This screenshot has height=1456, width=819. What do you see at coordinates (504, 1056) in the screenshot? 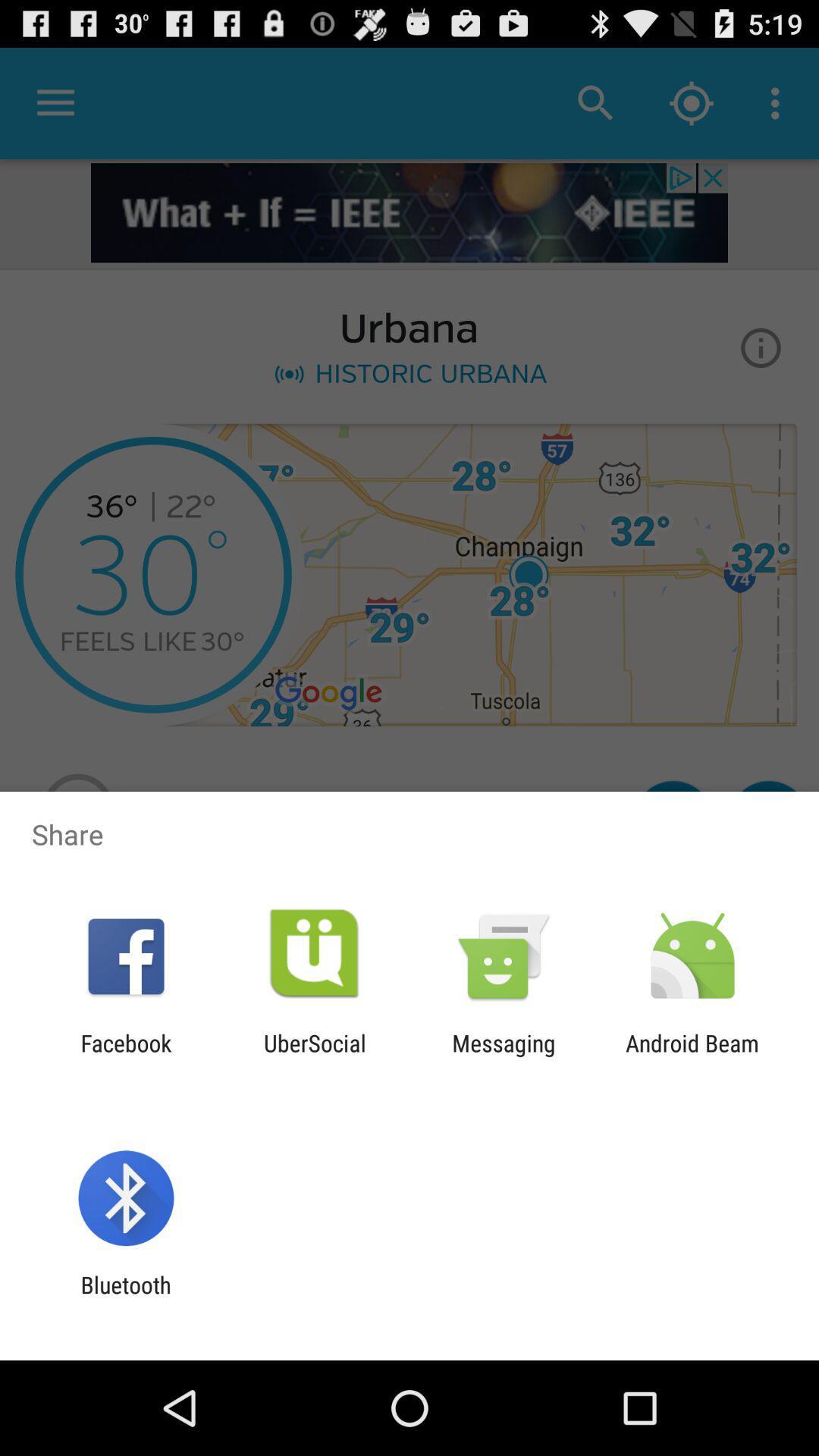
I see `the messaging app` at bounding box center [504, 1056].